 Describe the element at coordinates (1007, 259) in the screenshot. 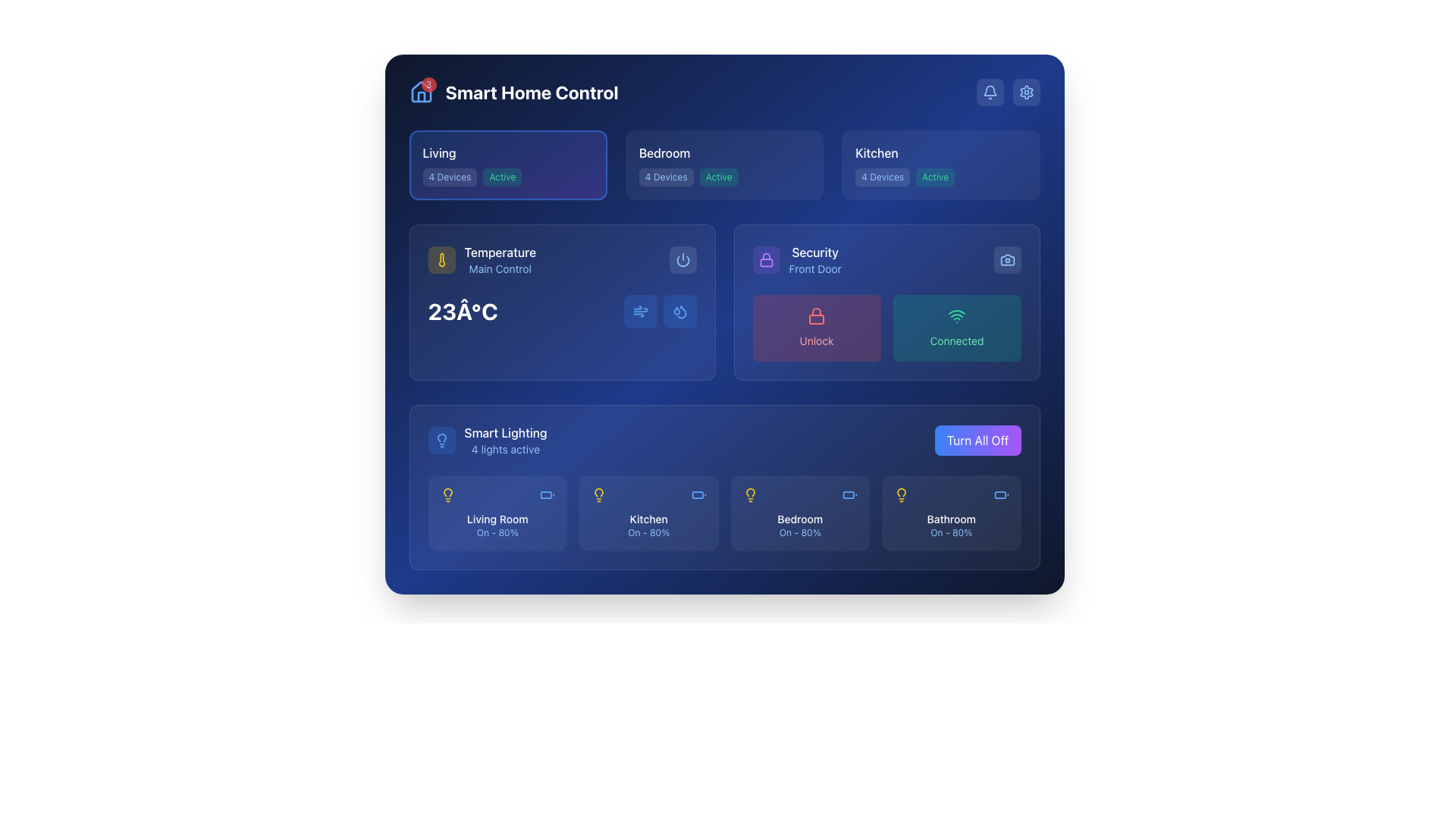

I see `the camera icon in the top-right corner of the 'Security' card, which is stylized in a blueprint style and colored light blue` at that location.